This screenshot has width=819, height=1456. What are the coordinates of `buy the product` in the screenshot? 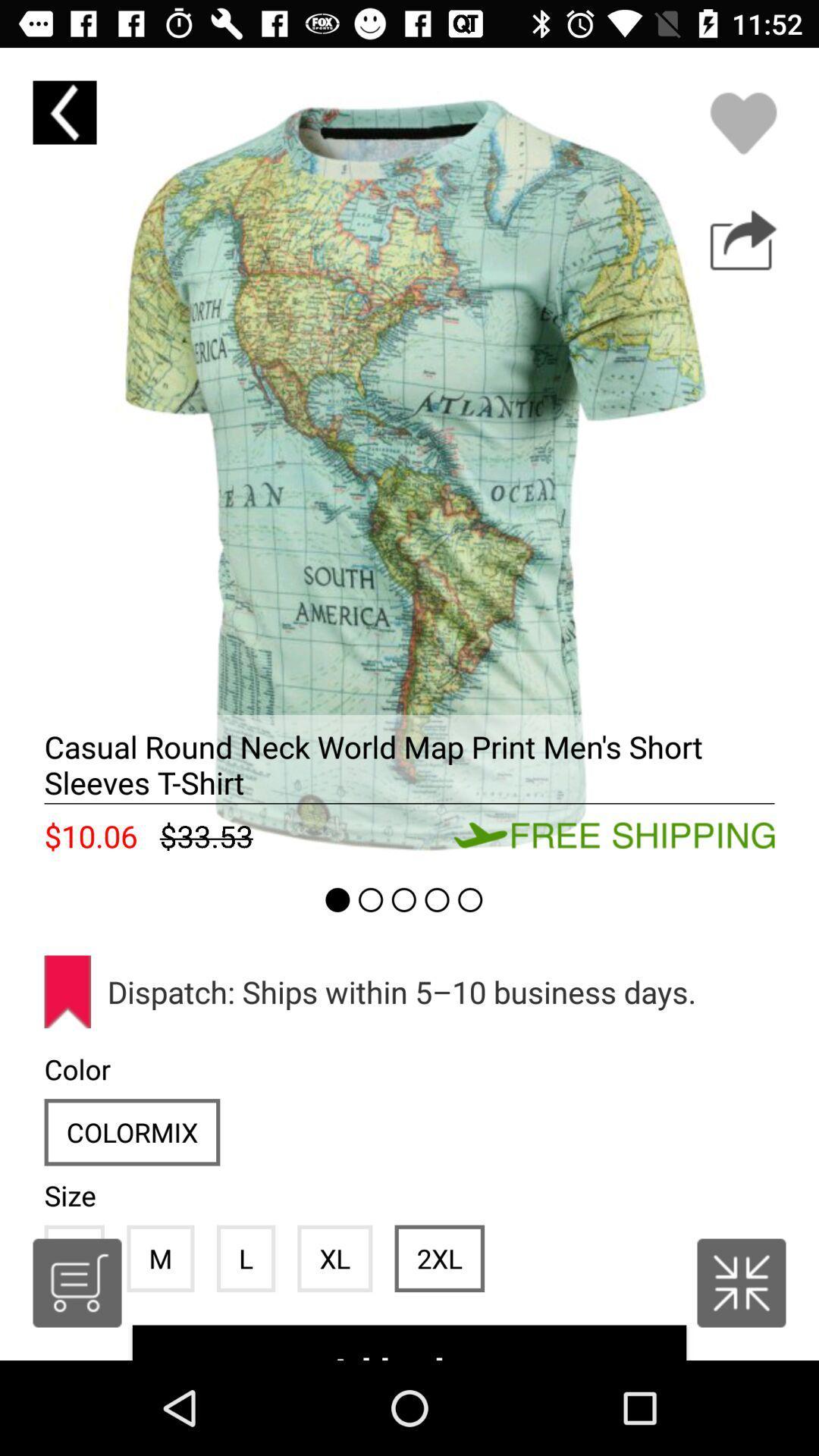 It's located at (742, 240).